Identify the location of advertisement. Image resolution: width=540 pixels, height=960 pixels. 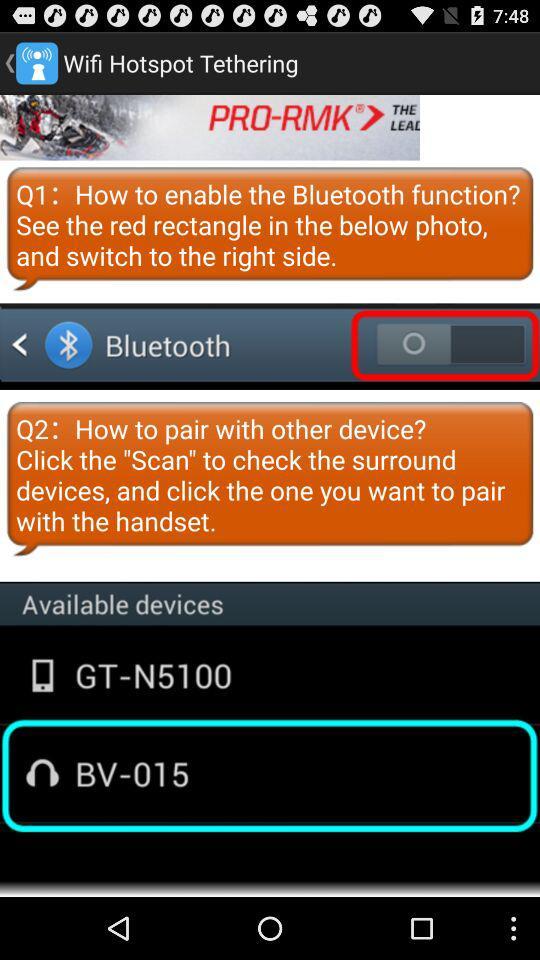
(209, 126).